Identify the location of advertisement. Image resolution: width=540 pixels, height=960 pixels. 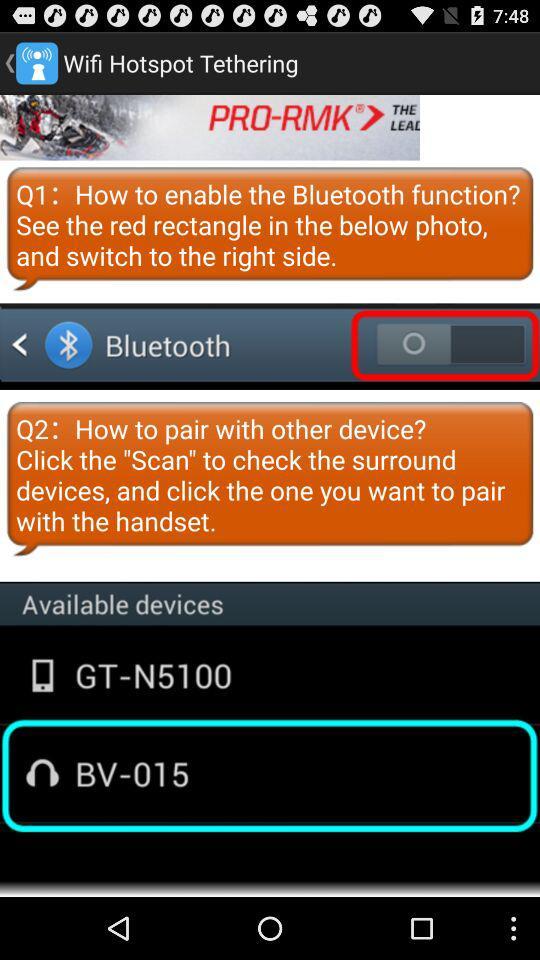
(209, 126).